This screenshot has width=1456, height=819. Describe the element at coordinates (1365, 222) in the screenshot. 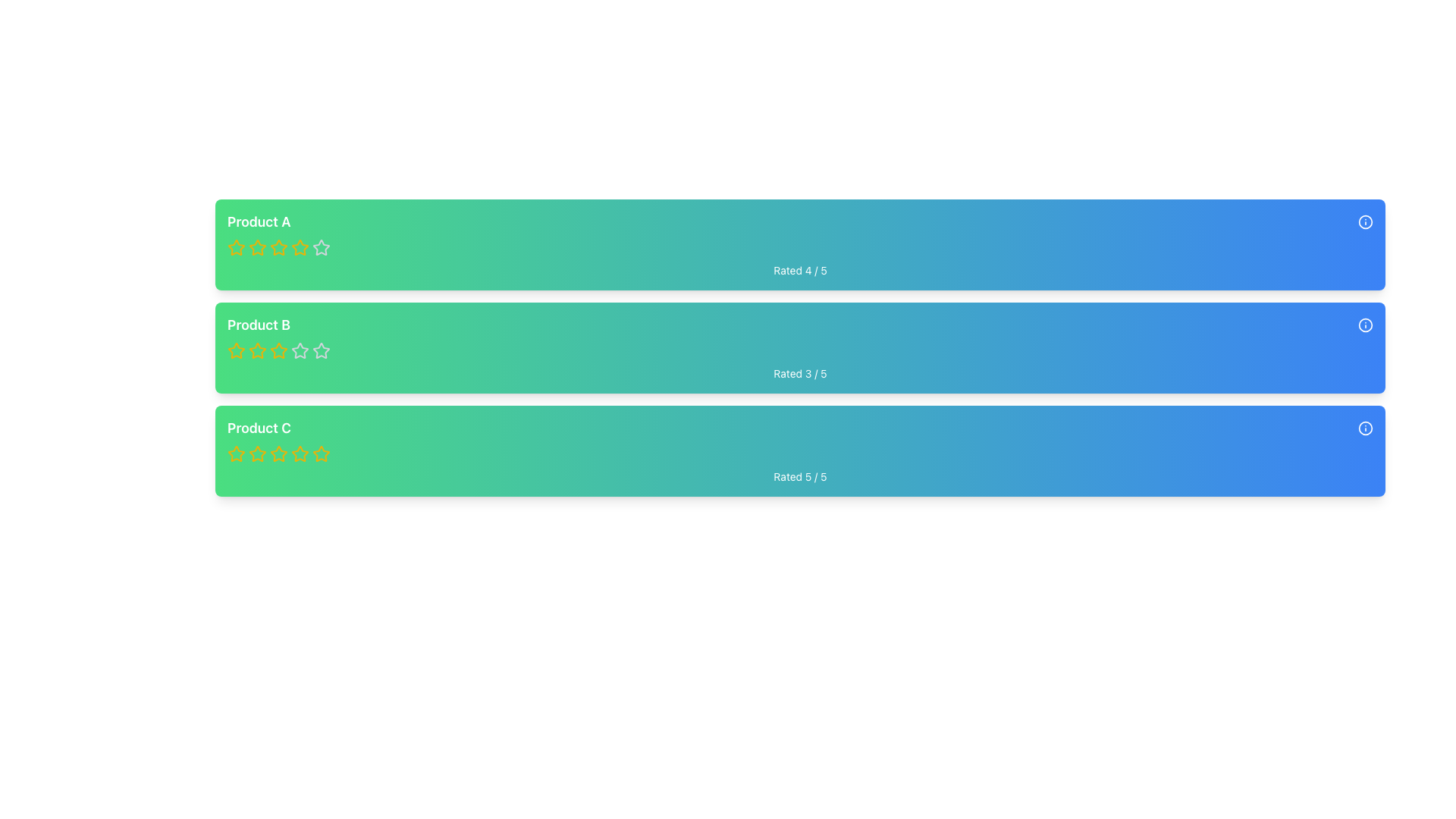

I see `the Circle graphical element within the SVG, which serves as a part of an icon indicating further details or actions, located at the far right of the topmost item in a vertically stacked list of product ratings` at that location.